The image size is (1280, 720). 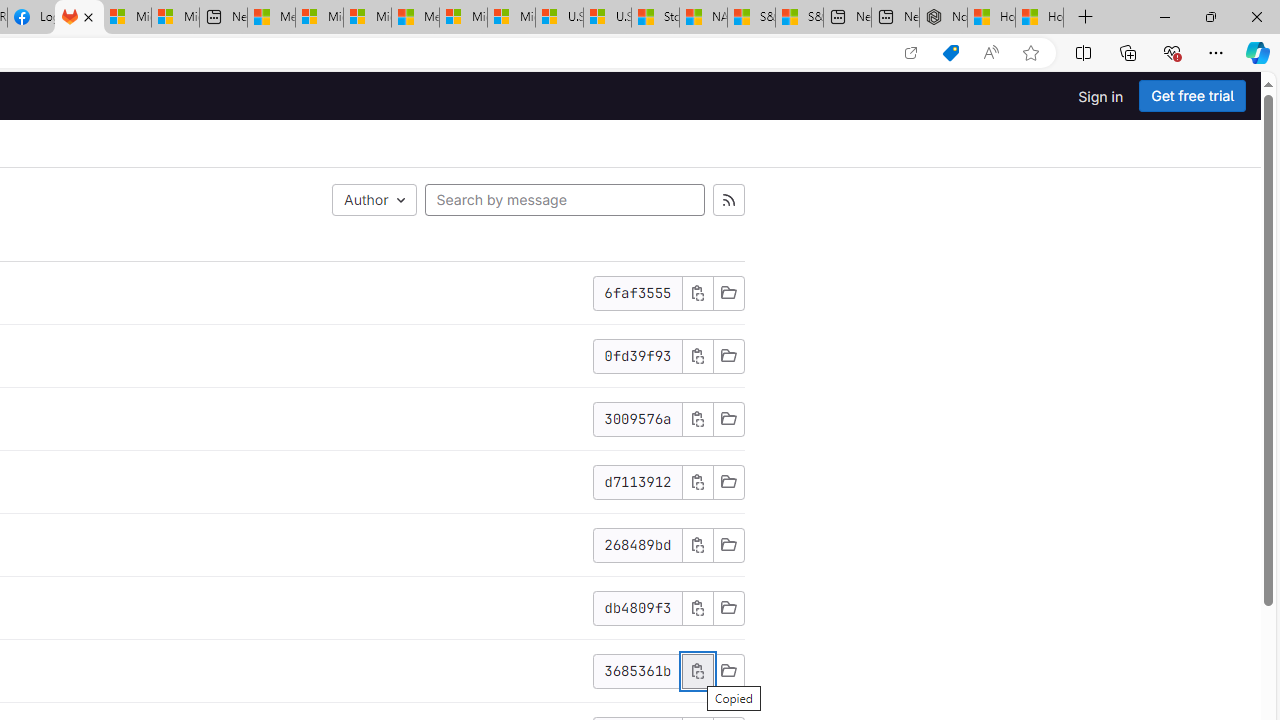 What do you see at coordinates (697, 606) in the screenshot?
I see `'Copy commit SHA'` at bounding box center [697, 606].